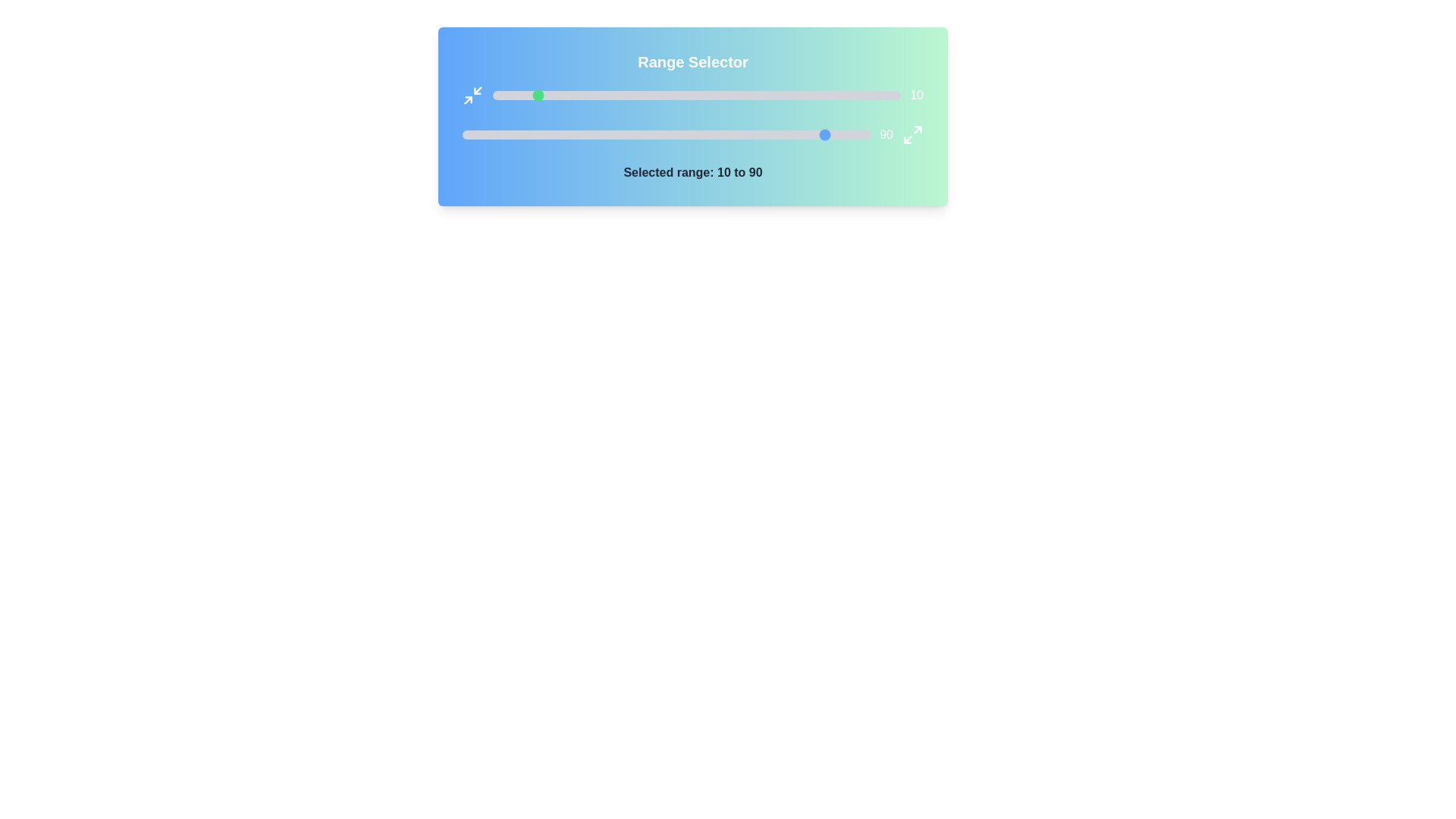 The height and width of the screenshot is (819, 1456). Describe the element at coordinates (778, 96) in the screenshot. I see `the slider value` at that location.